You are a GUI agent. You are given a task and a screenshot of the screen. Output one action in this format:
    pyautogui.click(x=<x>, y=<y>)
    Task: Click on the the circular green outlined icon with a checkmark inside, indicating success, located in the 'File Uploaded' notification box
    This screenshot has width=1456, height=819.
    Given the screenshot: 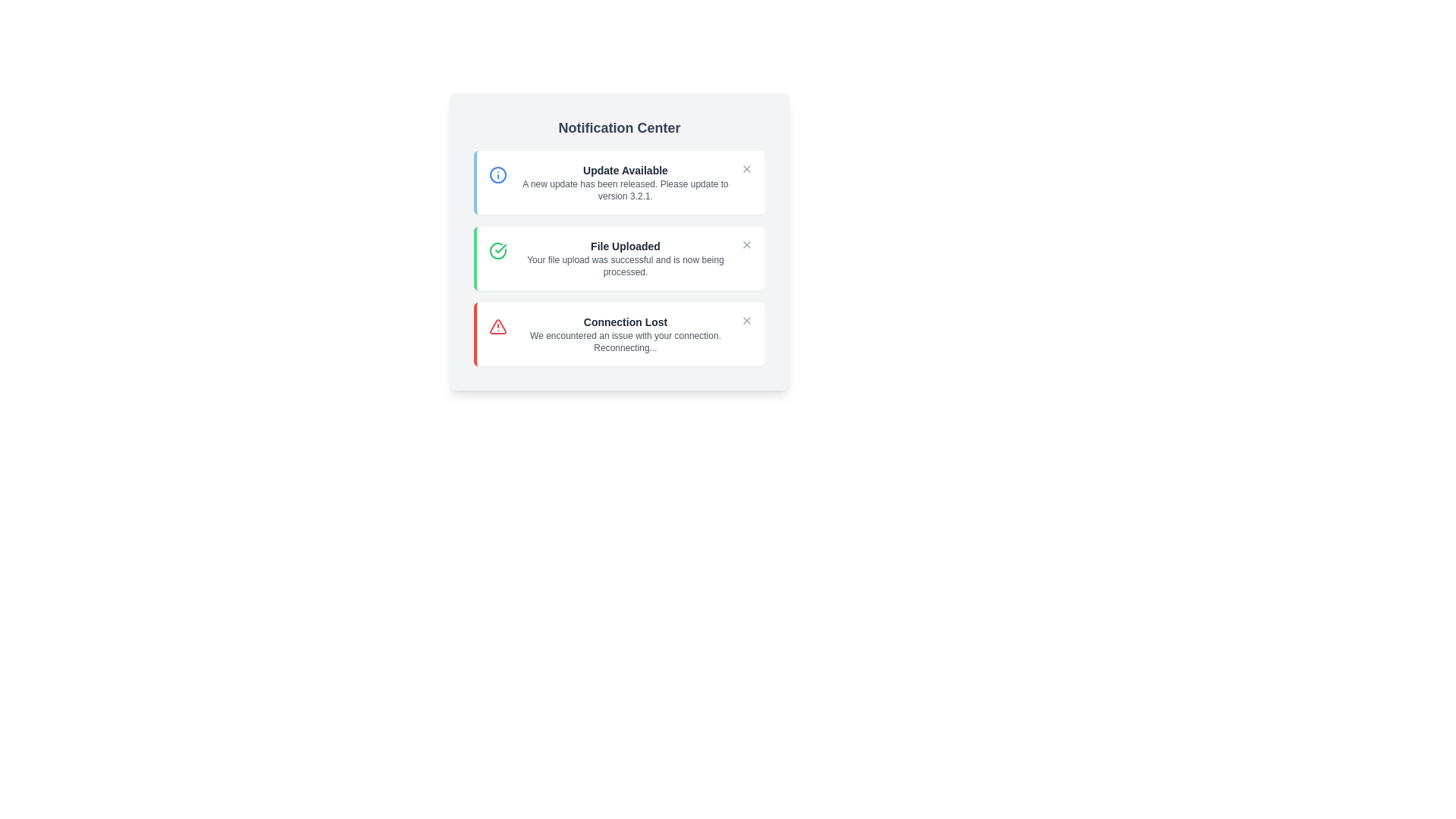 What is the action you would take?
    pyautogui.click(x=498, y=250)
    